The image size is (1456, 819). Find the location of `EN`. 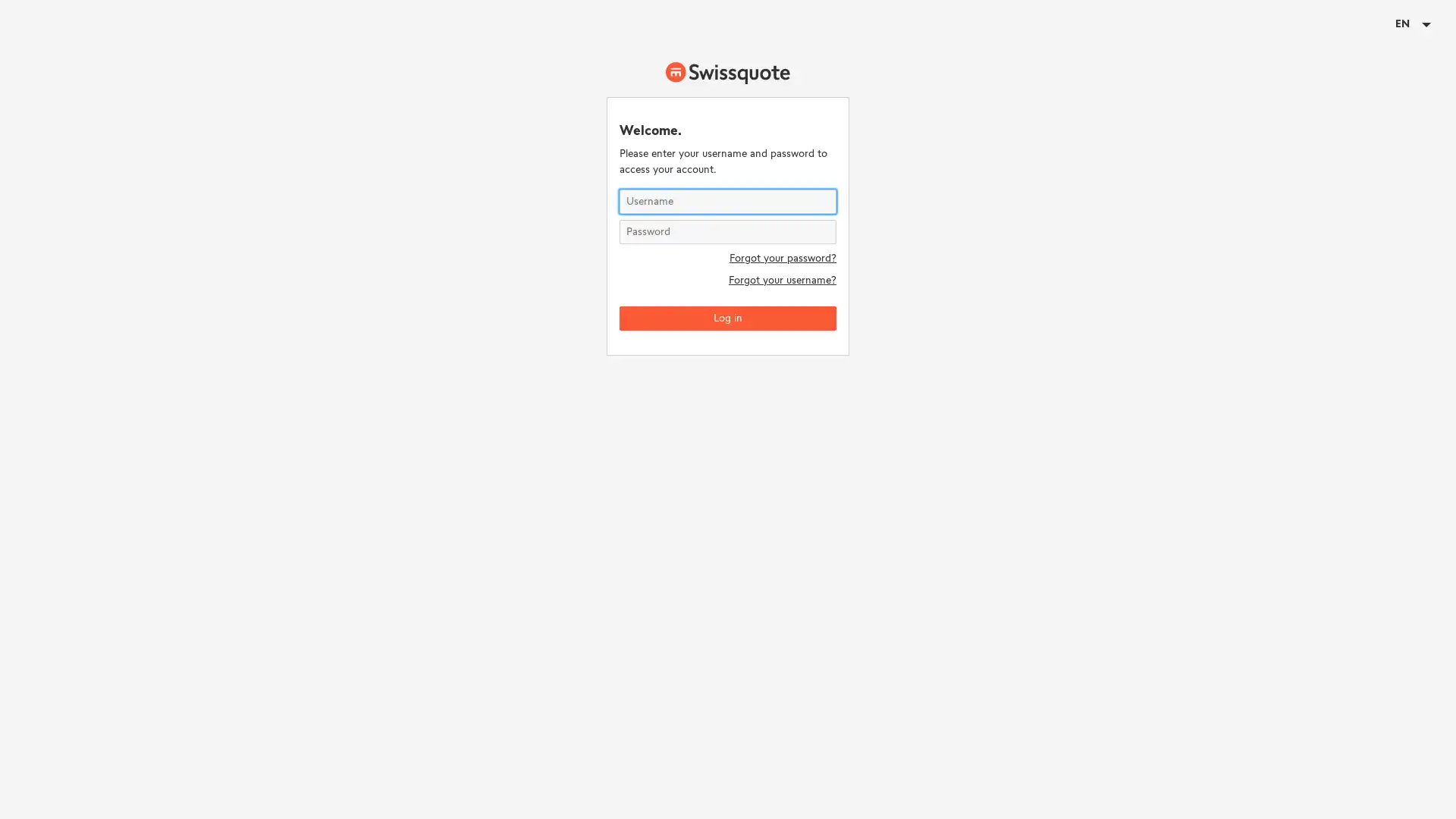

EN is located at coordinates (1412, 24).